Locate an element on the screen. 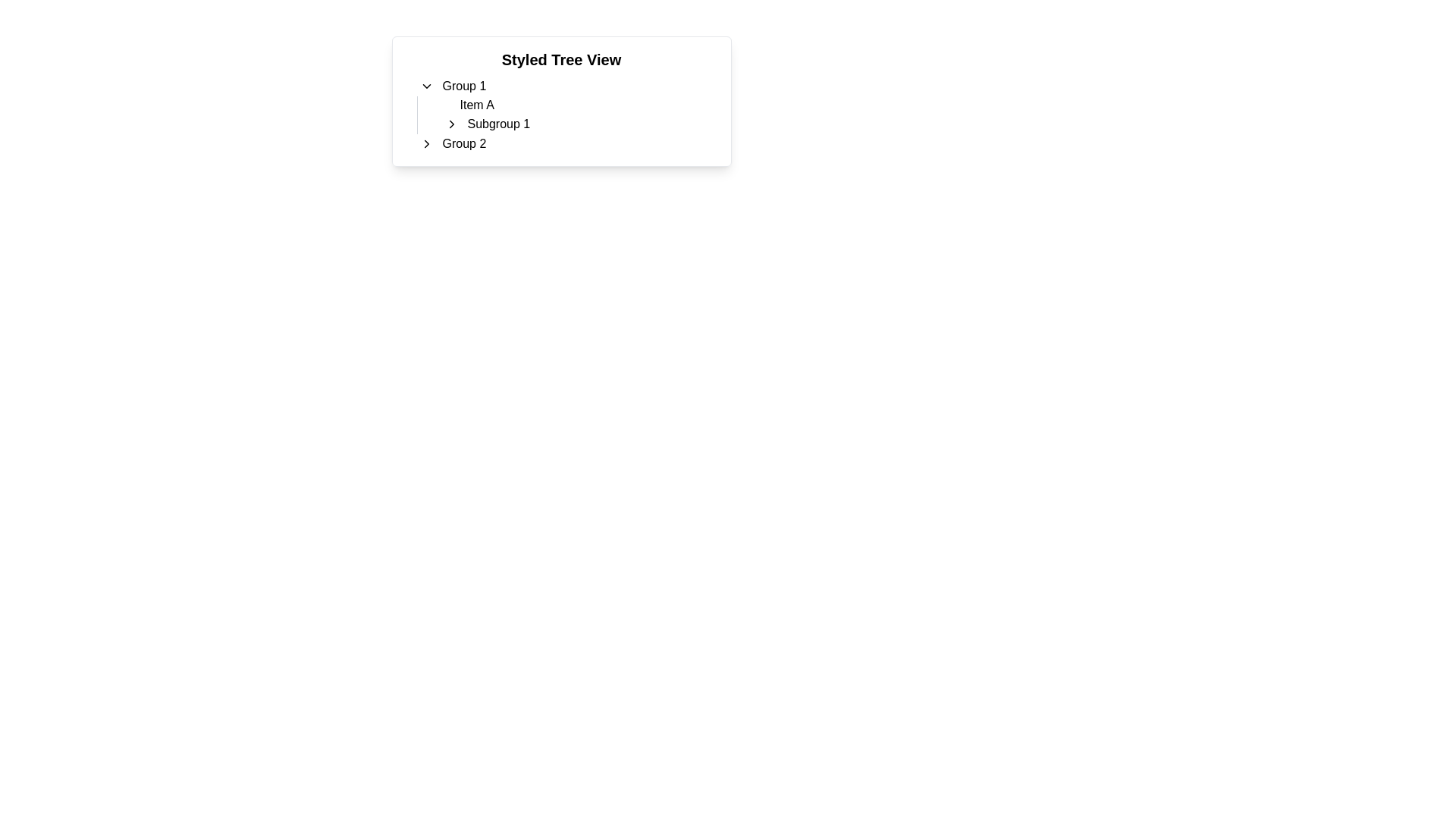  the navigational text link located under 'Group 1' and above 'Subgroup 1' in the tree structure is located at coordinates (475, 104).